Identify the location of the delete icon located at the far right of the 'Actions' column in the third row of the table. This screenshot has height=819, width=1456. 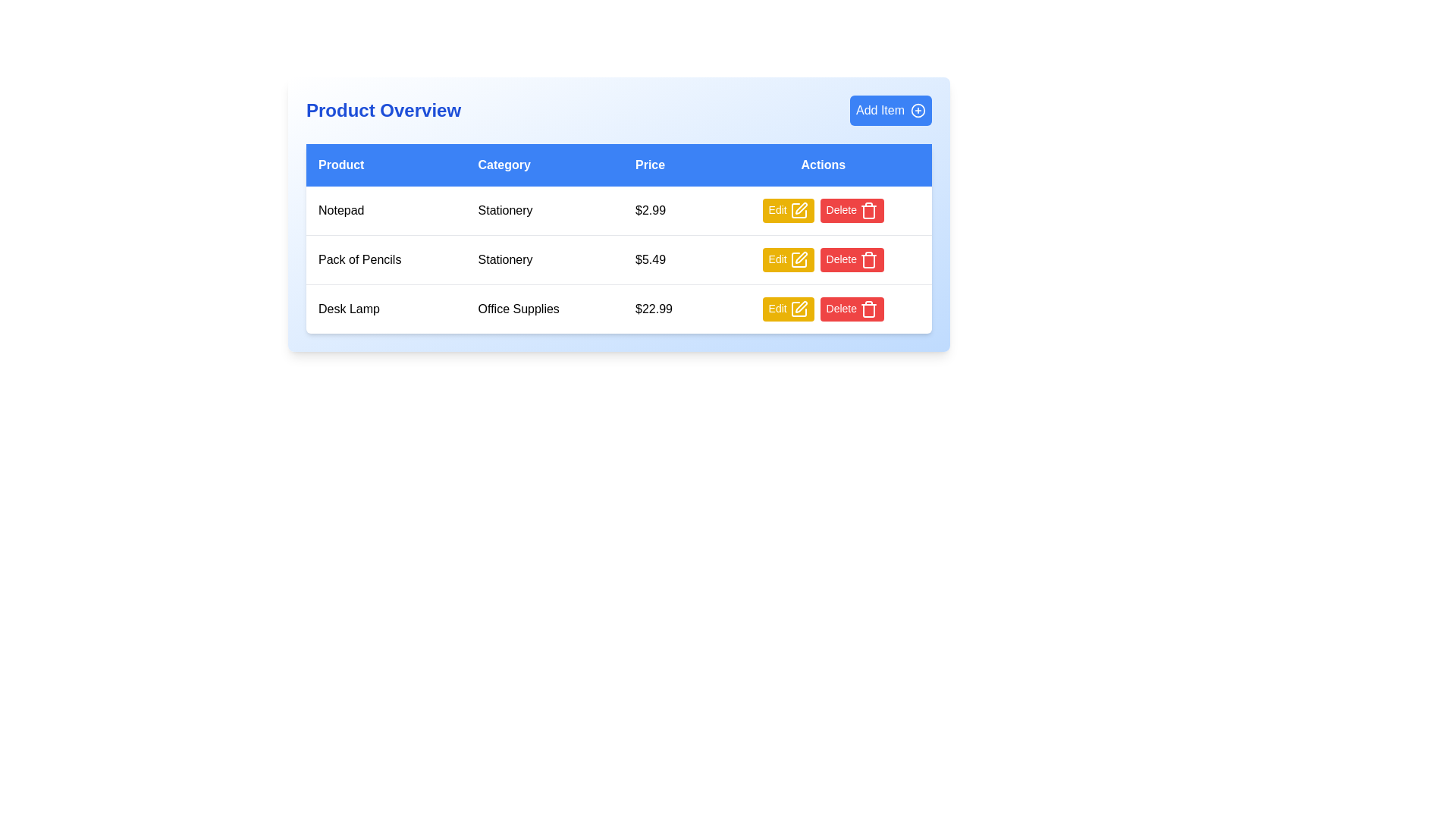
(868, 309).